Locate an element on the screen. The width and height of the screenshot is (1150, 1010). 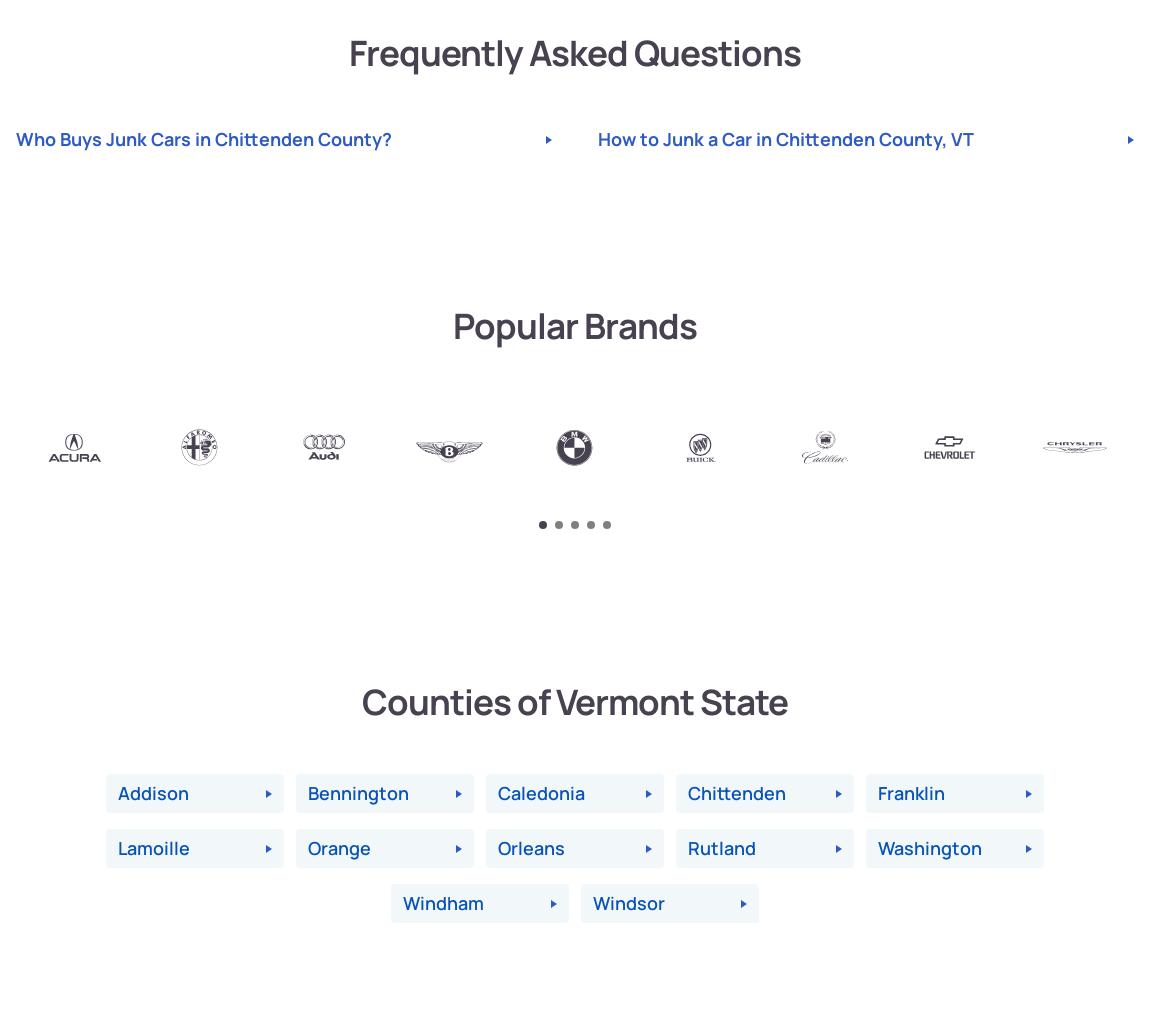
'Caledonia' is located at coordinates (541, 792).